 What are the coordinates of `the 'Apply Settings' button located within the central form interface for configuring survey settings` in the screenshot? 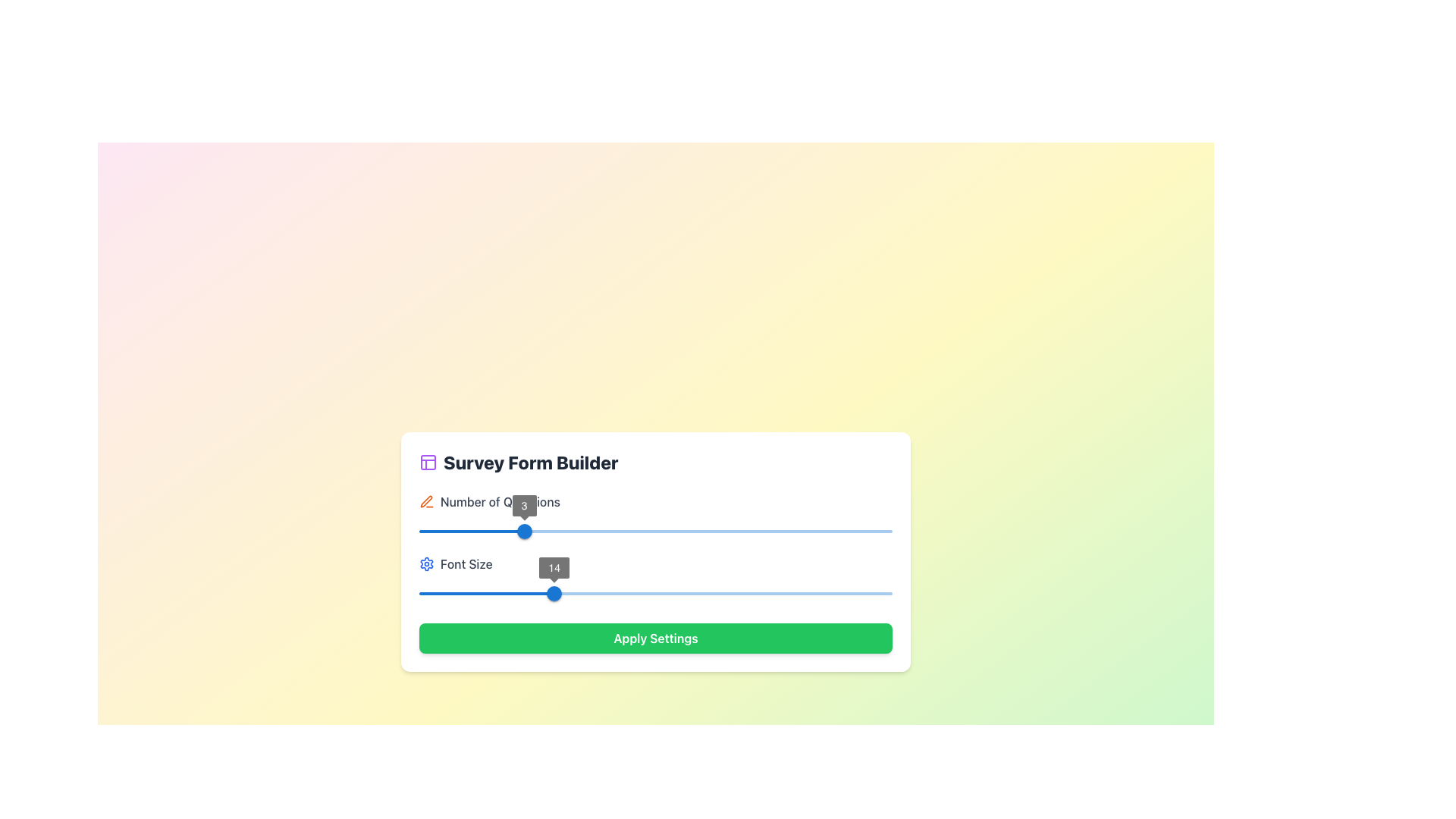 It's located at (655, 552).